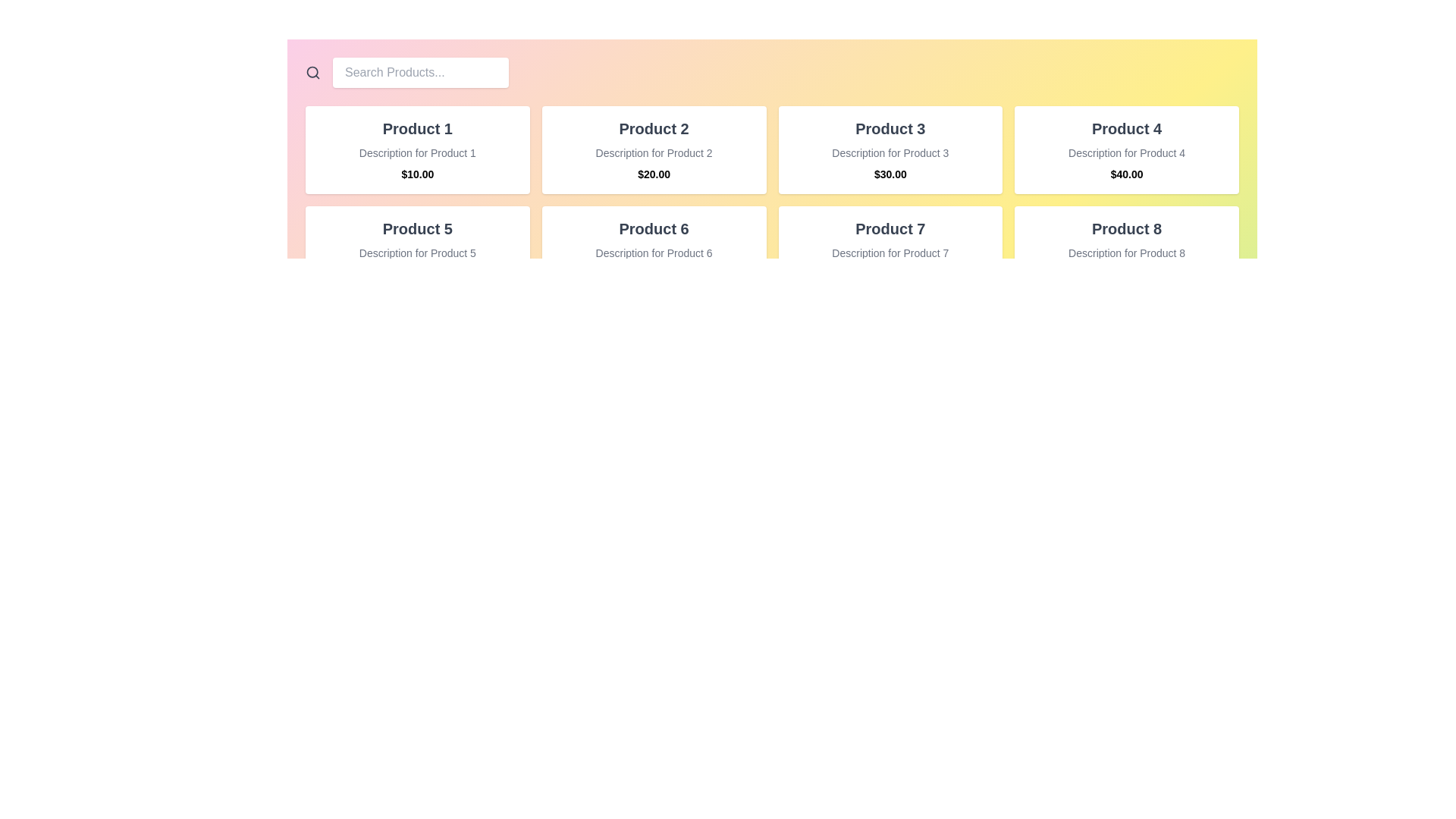 This screenshot has height=819, width=1456. I want to click on text element displaying 'Product 5' in bold grayish font, located in the second row of the product grid layout, so click(417, 228).